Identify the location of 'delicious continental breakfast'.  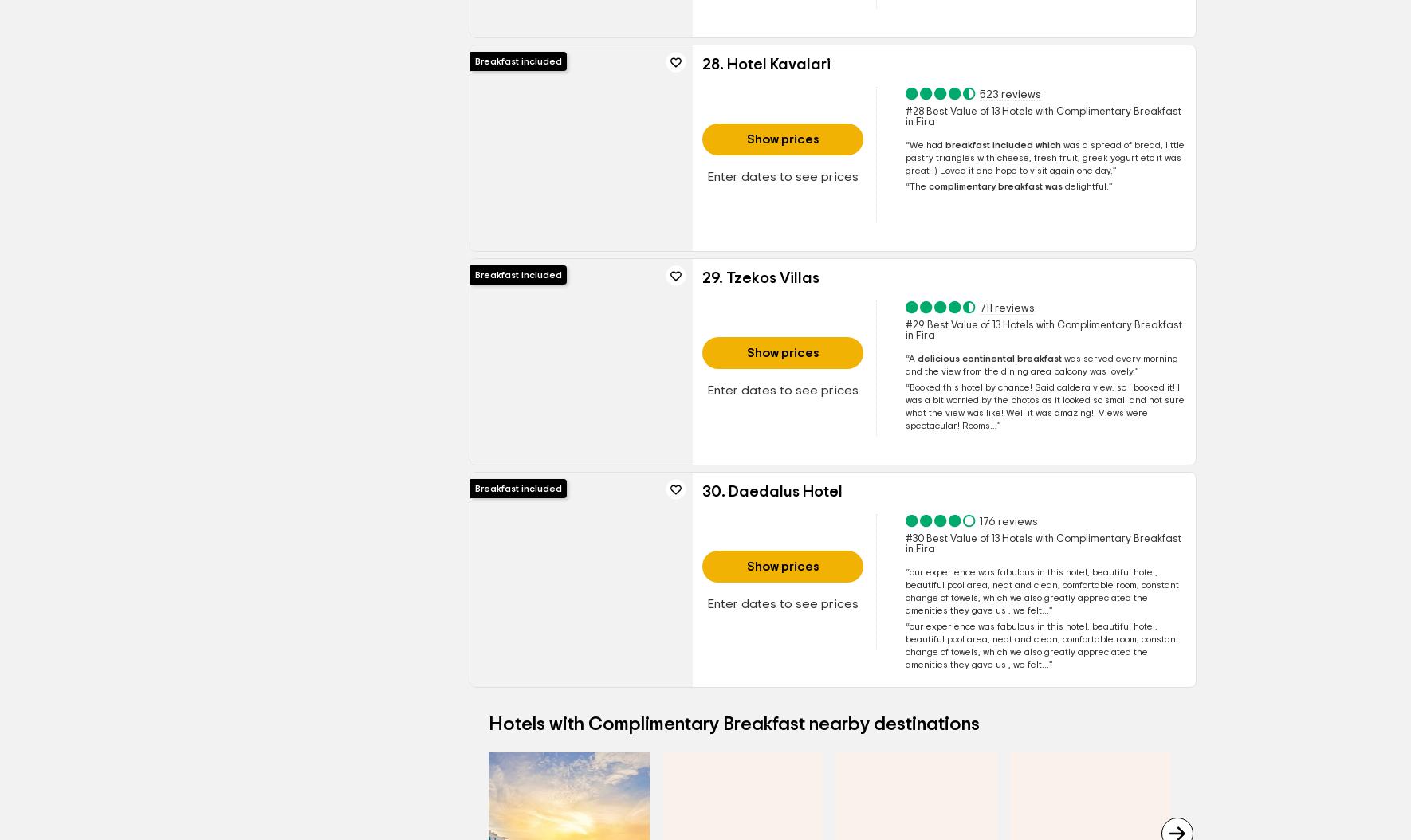
(988, 358).